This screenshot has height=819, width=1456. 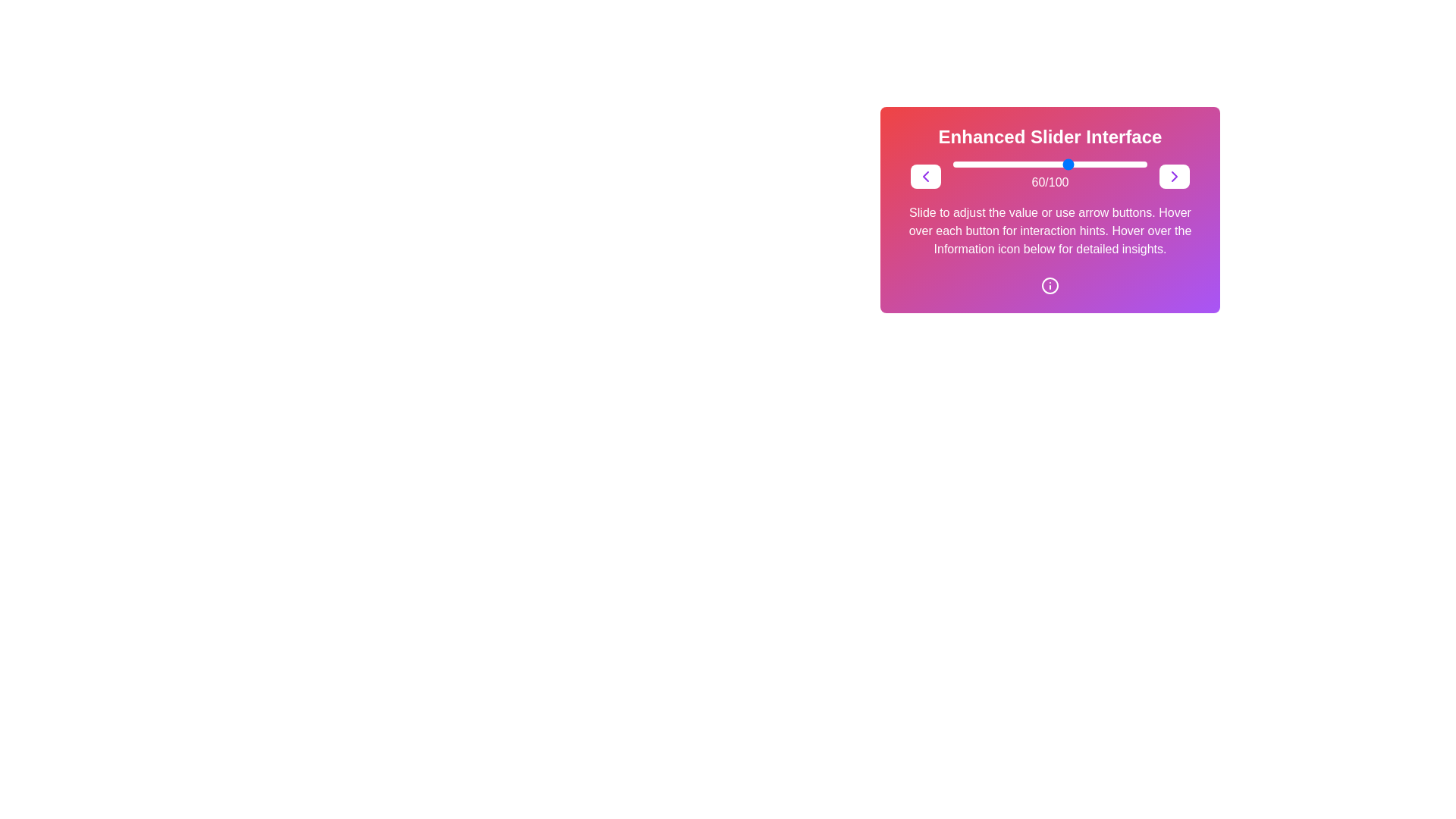 What do you see at coordinates (1122, 164) in the screenshot?
I see `the slider` at bounding box center [1122, 164].